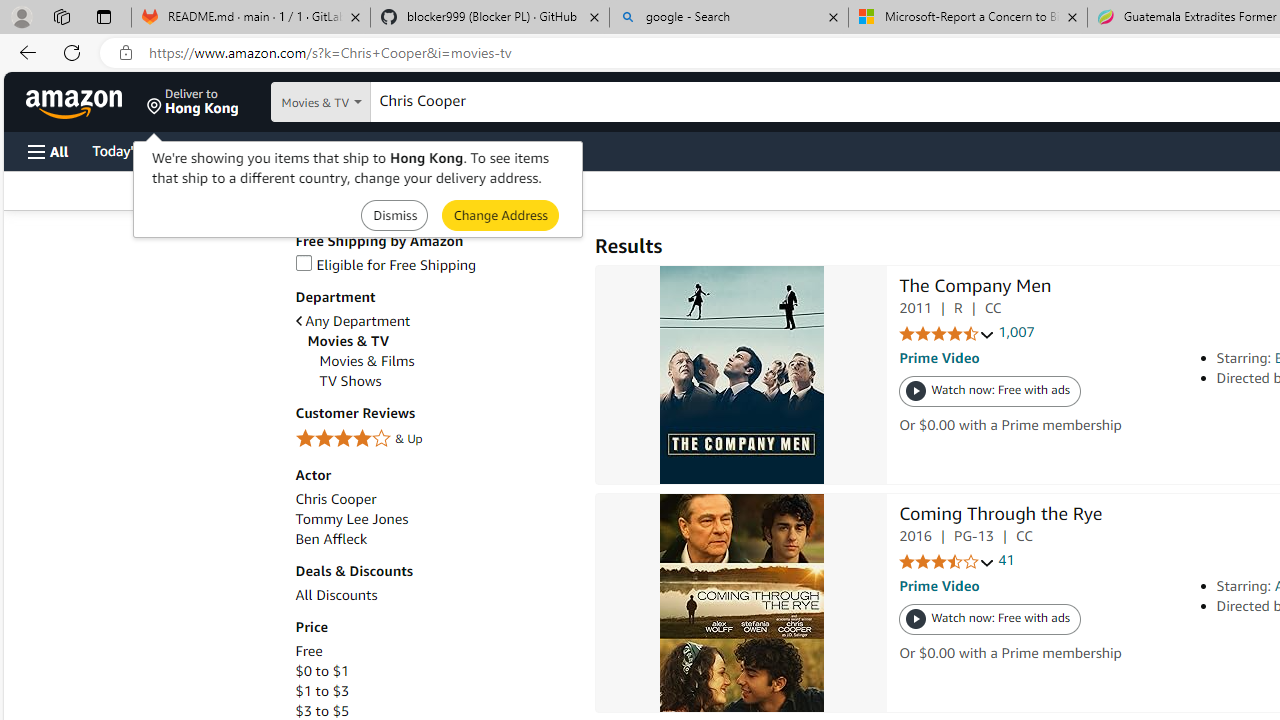 The width and height of the screenshot is (1280, 720). I want to click on 'Ben Affleck', so click(433, 538).